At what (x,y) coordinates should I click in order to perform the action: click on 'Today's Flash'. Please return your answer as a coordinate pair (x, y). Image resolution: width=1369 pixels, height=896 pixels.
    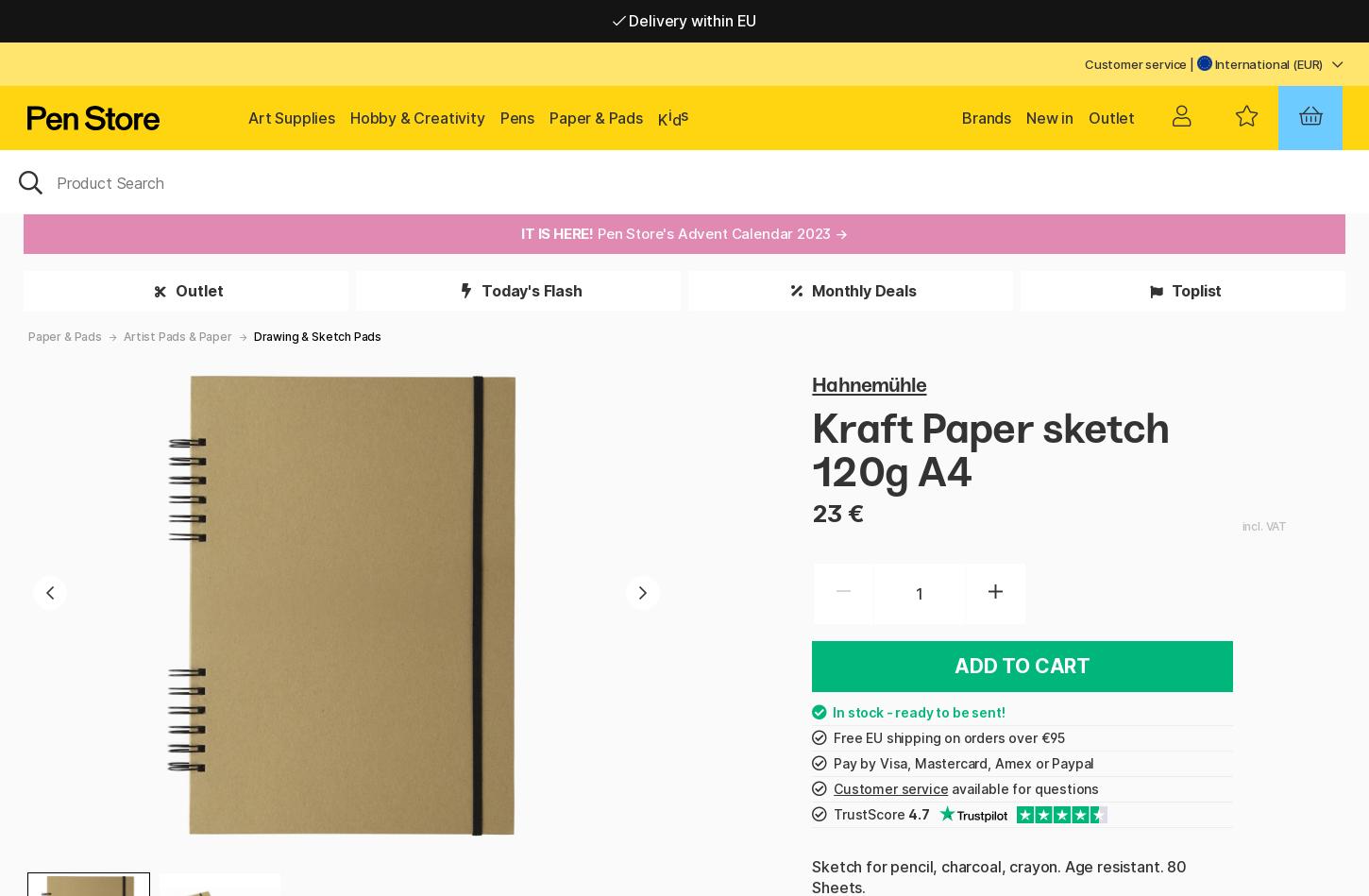
    Looking at the image, I should click on (530, 290).